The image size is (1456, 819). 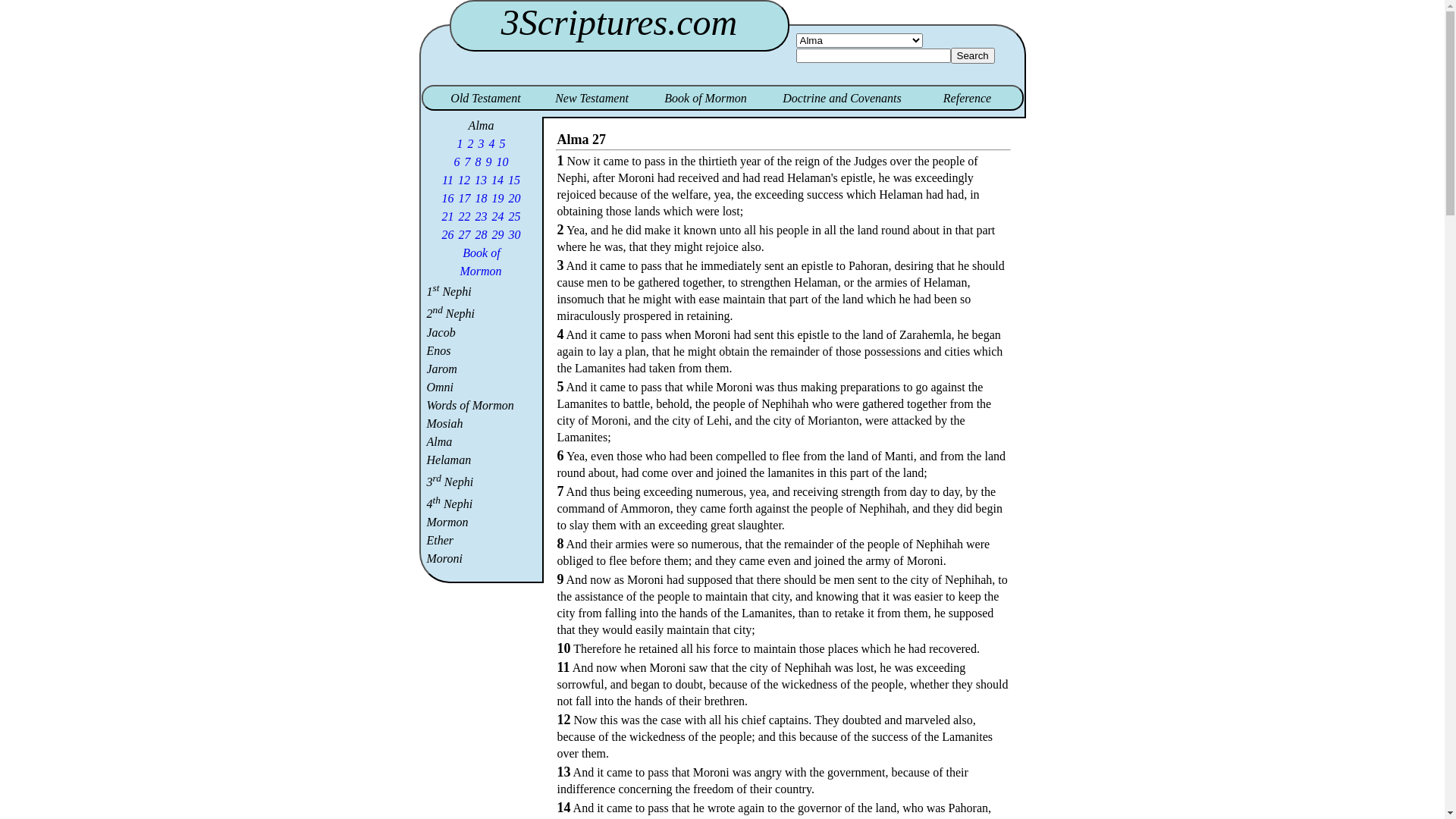 What do you see at coordinates (463, 162) in the screenshot?
I see `'7'` at bounding box center [463, 162].